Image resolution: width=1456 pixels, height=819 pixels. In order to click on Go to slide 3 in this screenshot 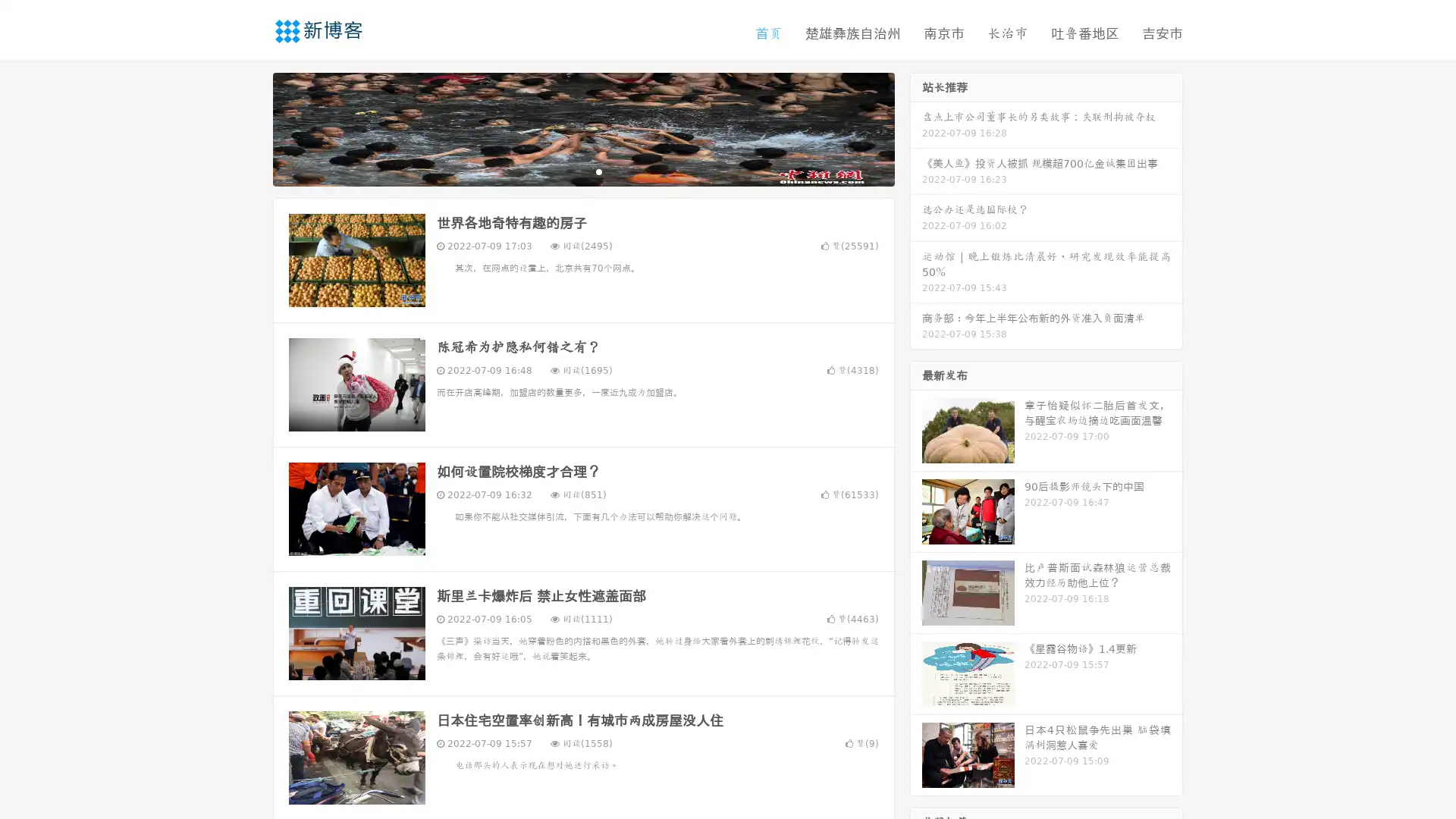, I will do `click(598, 171)`.